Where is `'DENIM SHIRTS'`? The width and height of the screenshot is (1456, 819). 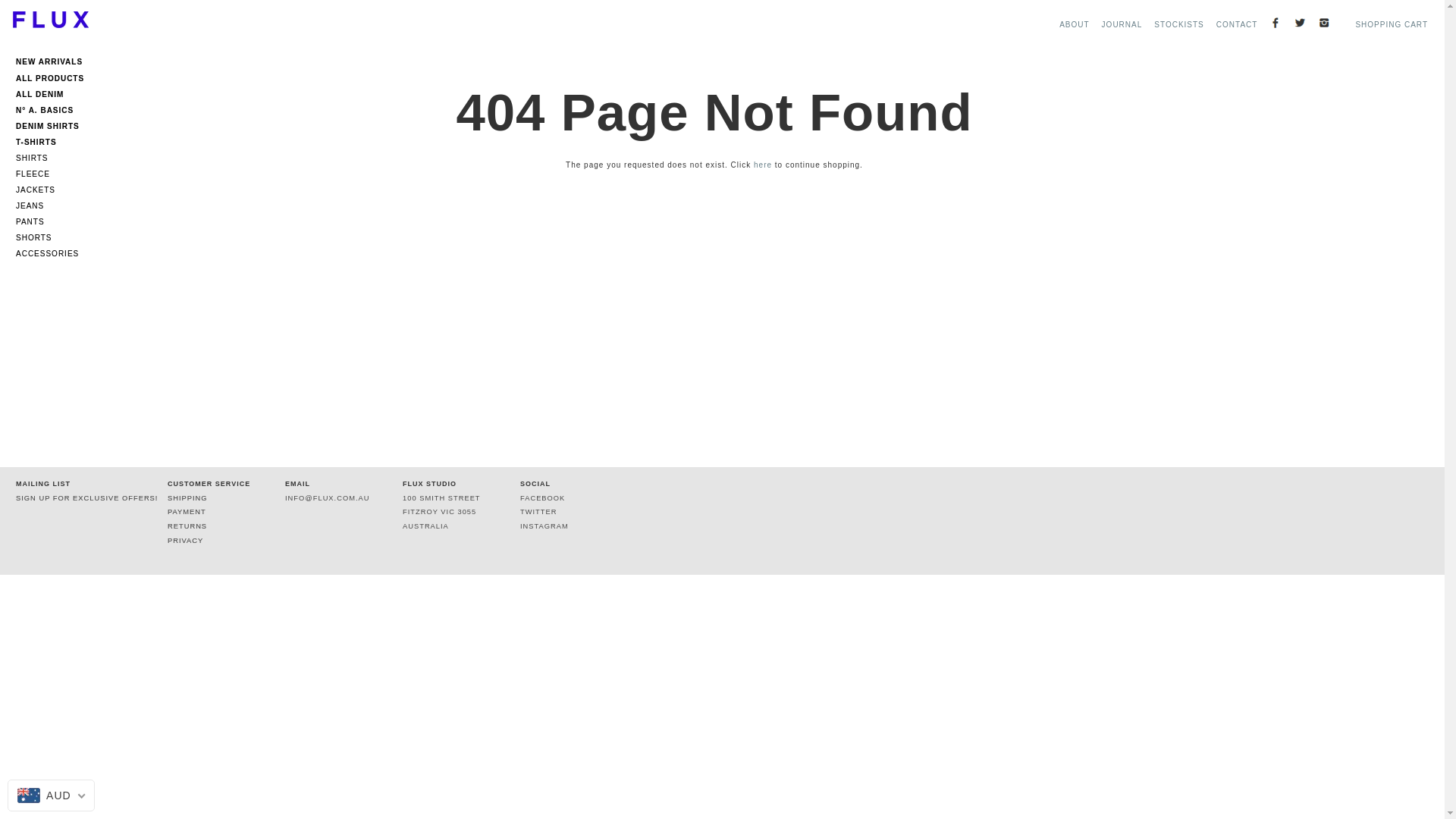
'DENIM SHIRTS' is located at coordinates (54, 123).